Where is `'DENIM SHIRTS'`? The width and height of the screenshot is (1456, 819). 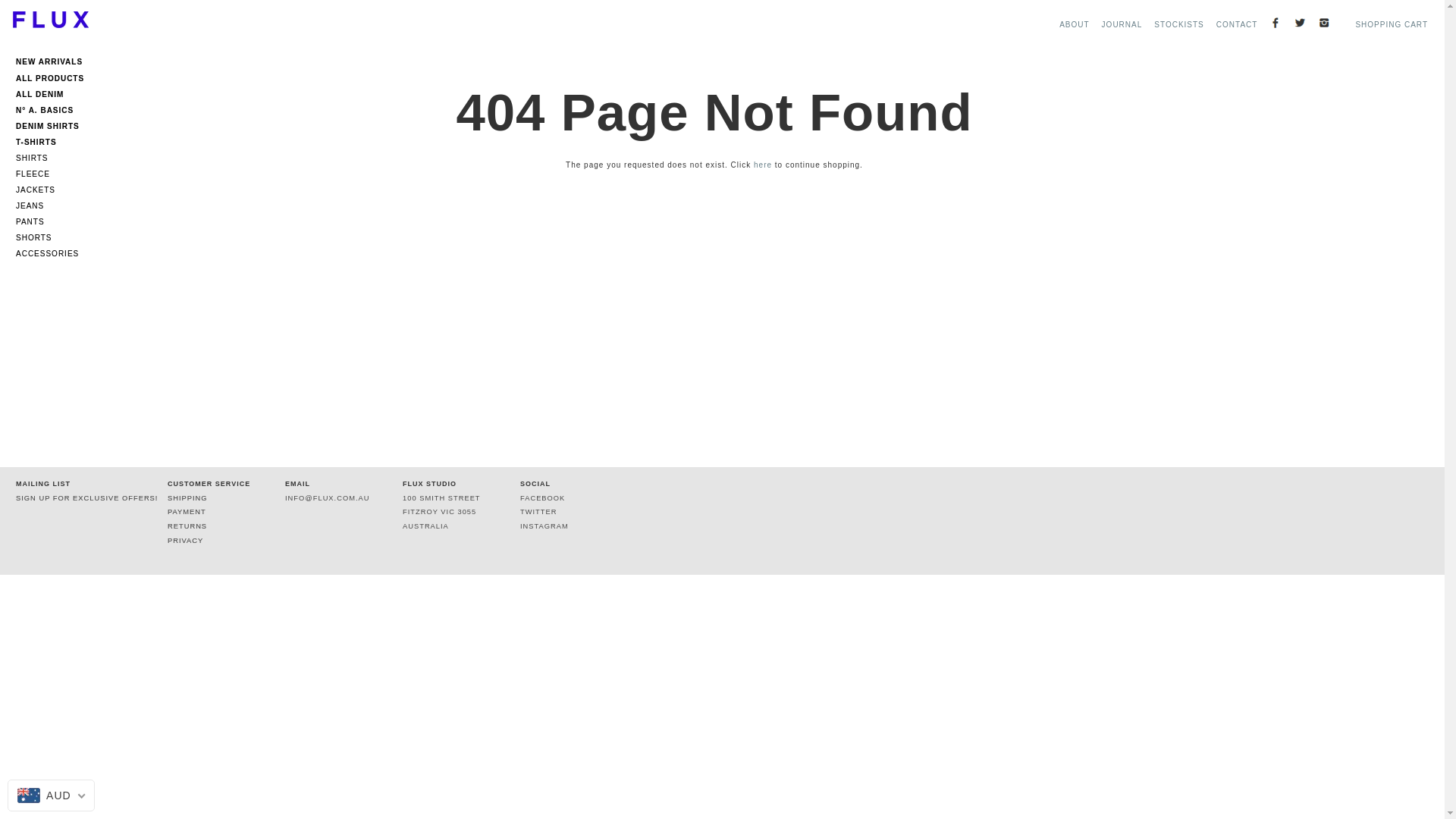
'DENIM SHIRTS' is located at coordinates (54, 123).